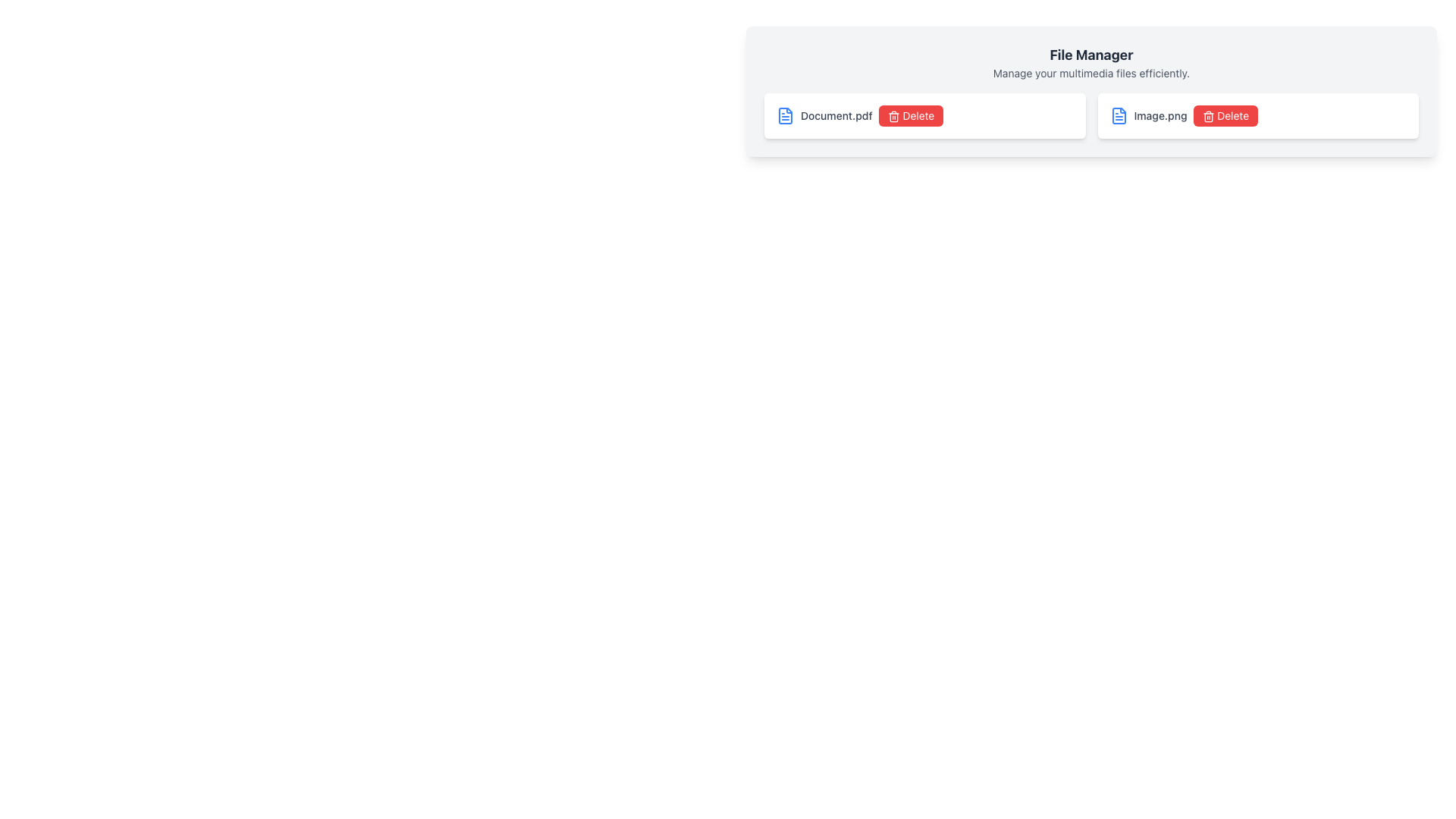  I want to click on the delete button located in the second column, adjacent to the filename label 'Image.png', so click(1225, 115).